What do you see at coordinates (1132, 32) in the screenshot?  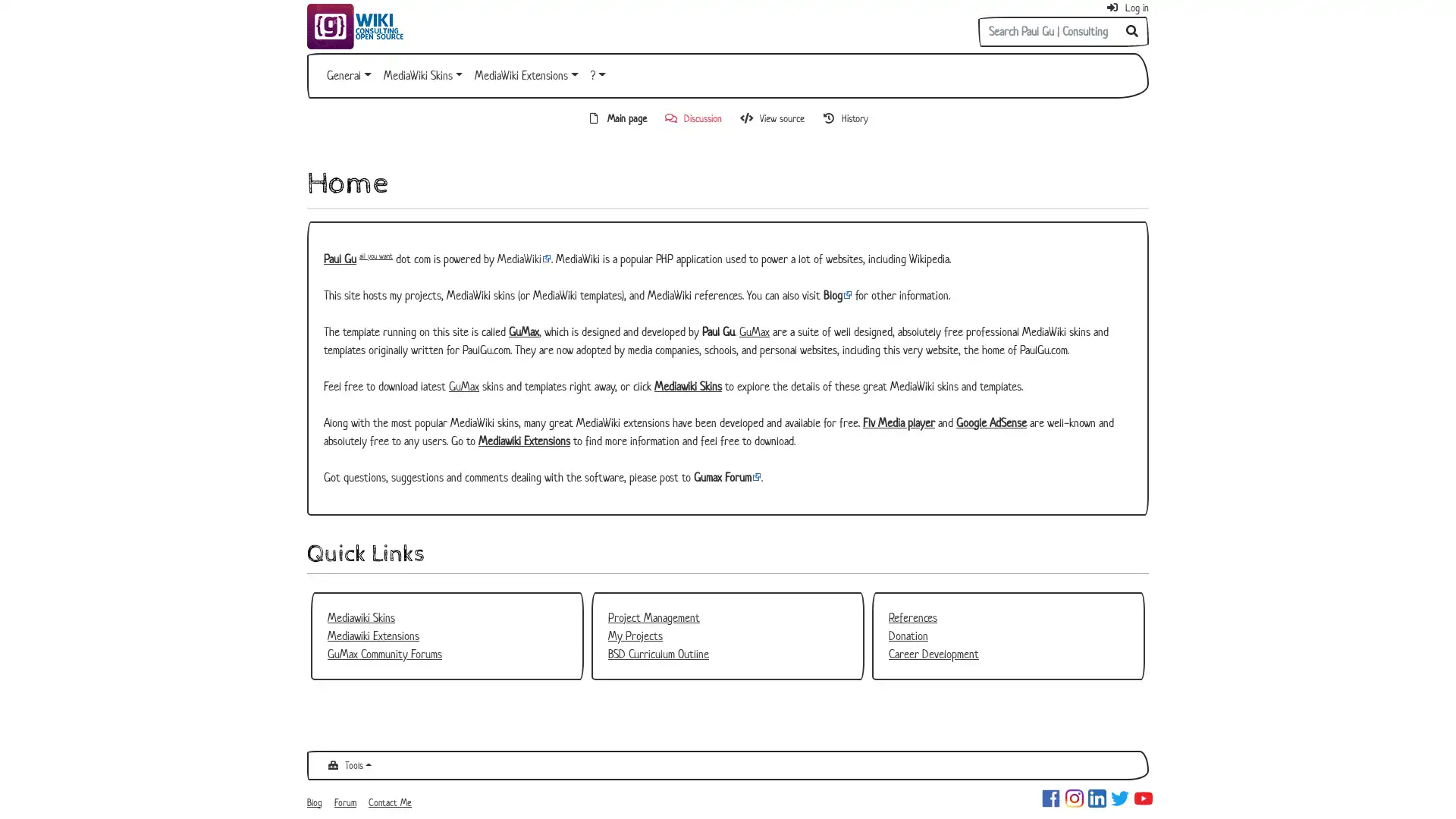 I see `Go to page` at bounding box center [1132, 32].